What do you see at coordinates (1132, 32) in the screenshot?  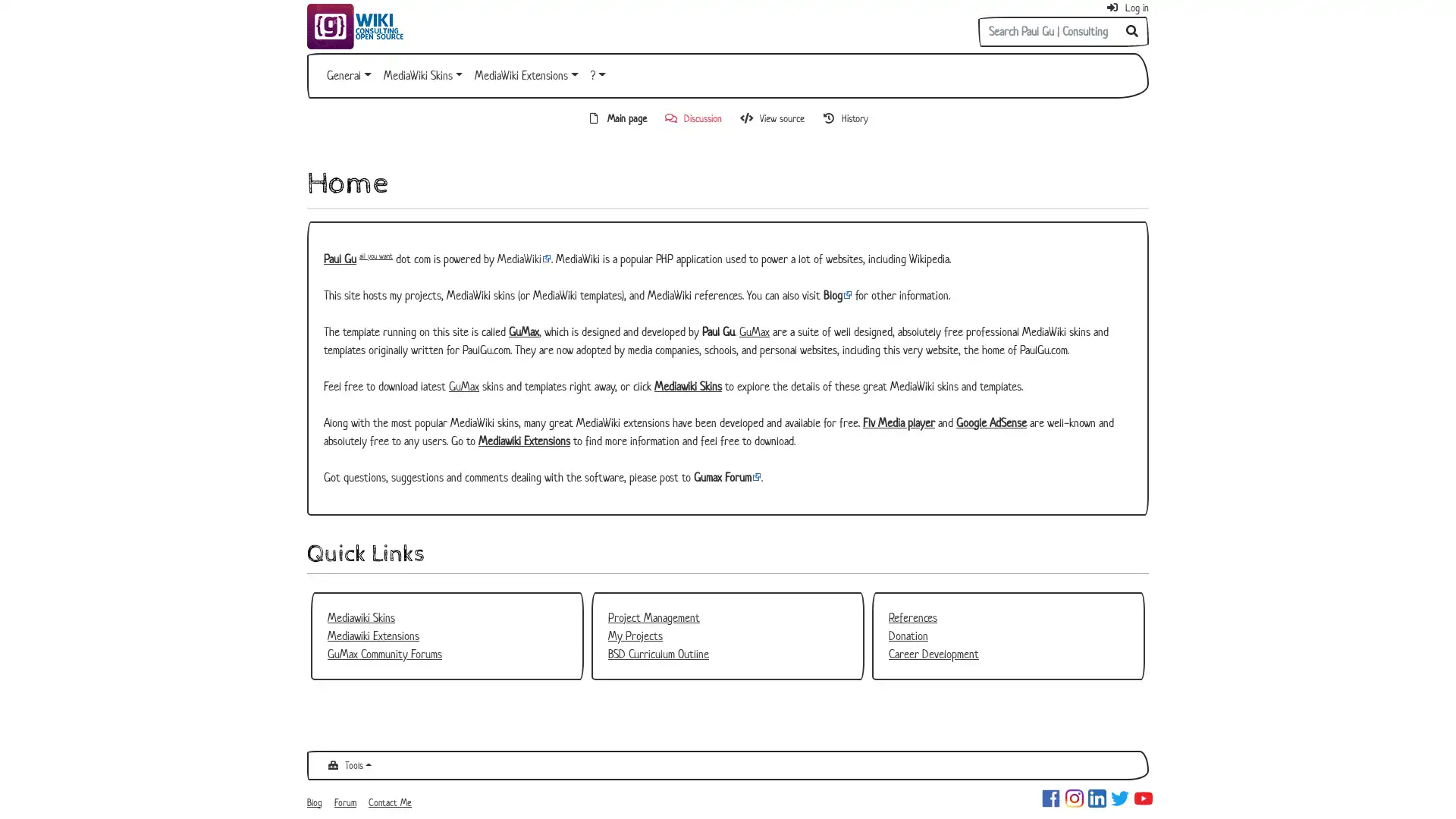 I see `Go to page` at bounding box center [1132, 32].